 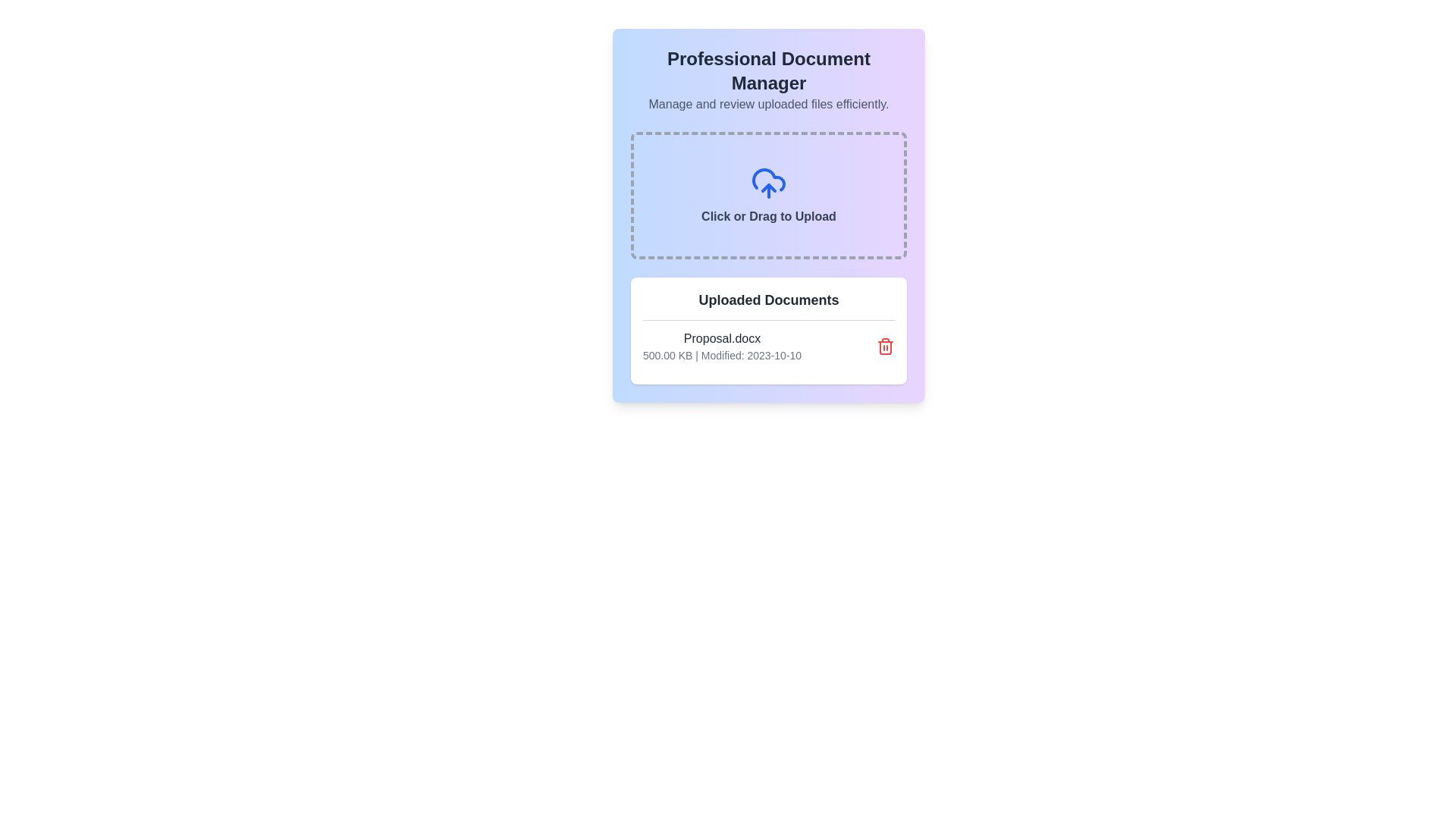 I want to click on text label that provides additional metadata about the document, including its file size and last modification date, located in the 'Uploaded Documents' section under 'Proposal.docx', so click(x=721, y=356).